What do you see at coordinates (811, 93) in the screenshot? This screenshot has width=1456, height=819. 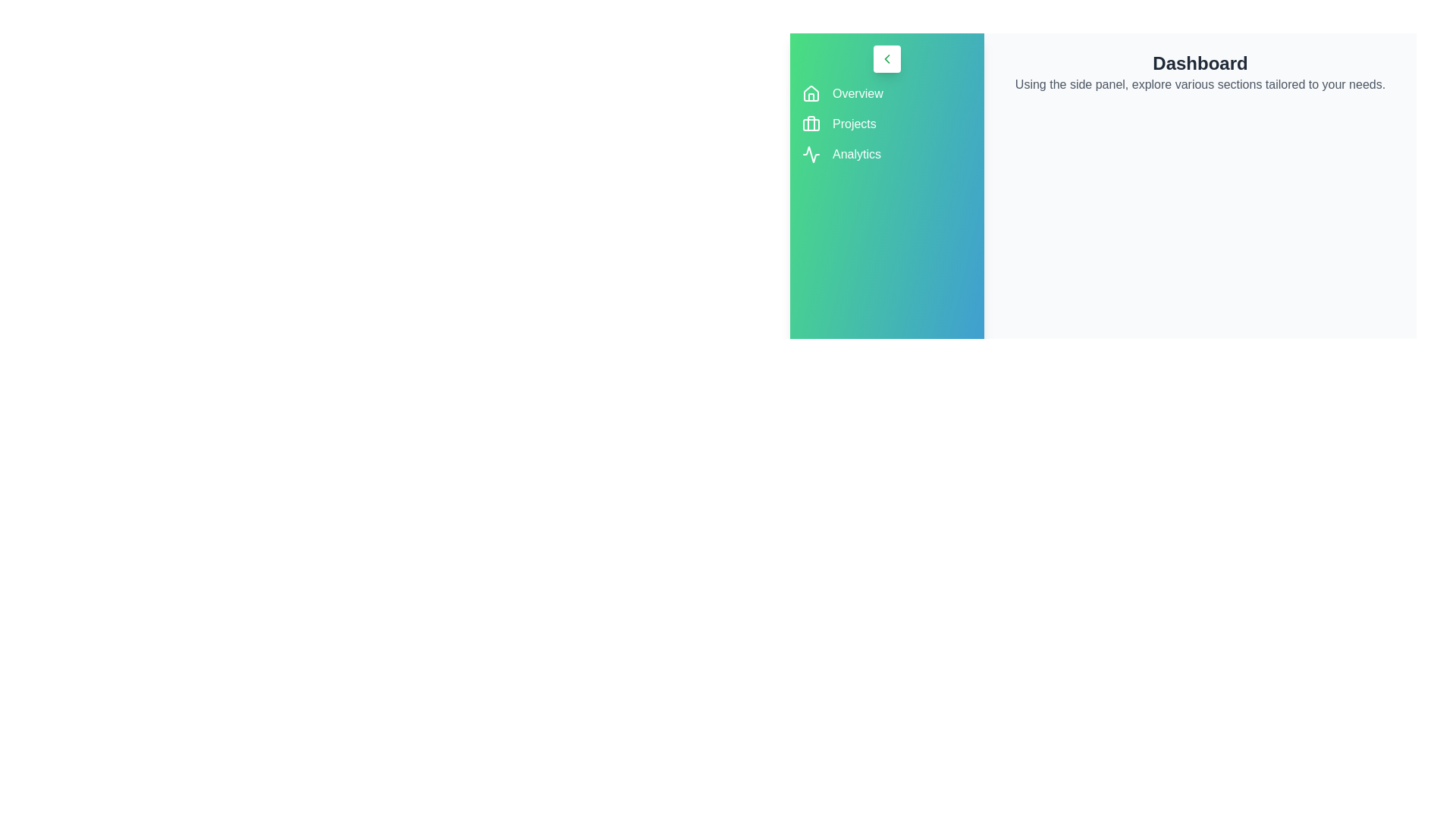 I see `the Overview icon to observe its hover effect` at bounding box center [811, 93].